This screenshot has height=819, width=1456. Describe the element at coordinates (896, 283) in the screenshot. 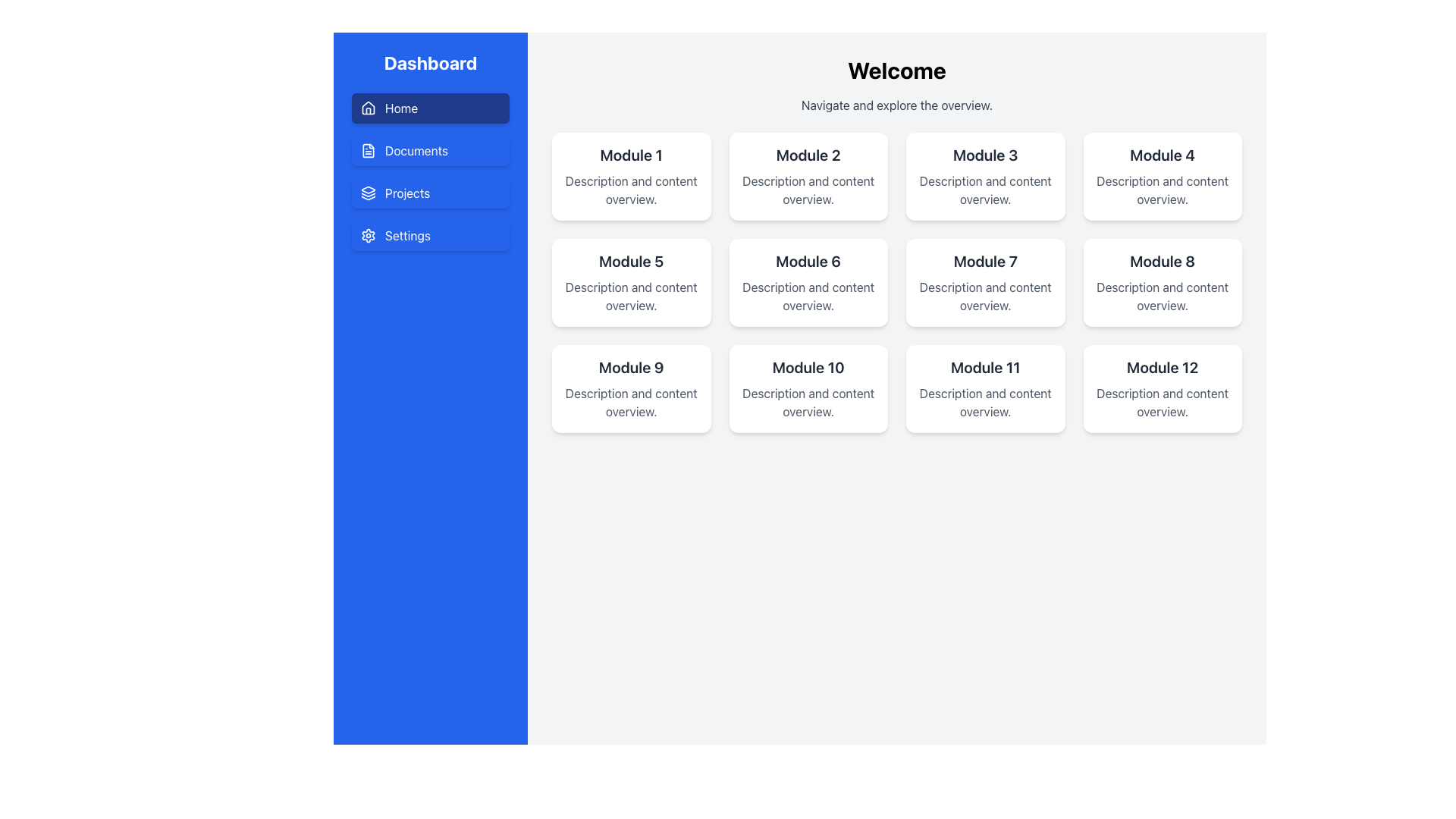

I see `the module in the grid displaying titles and descriptions` at that location.